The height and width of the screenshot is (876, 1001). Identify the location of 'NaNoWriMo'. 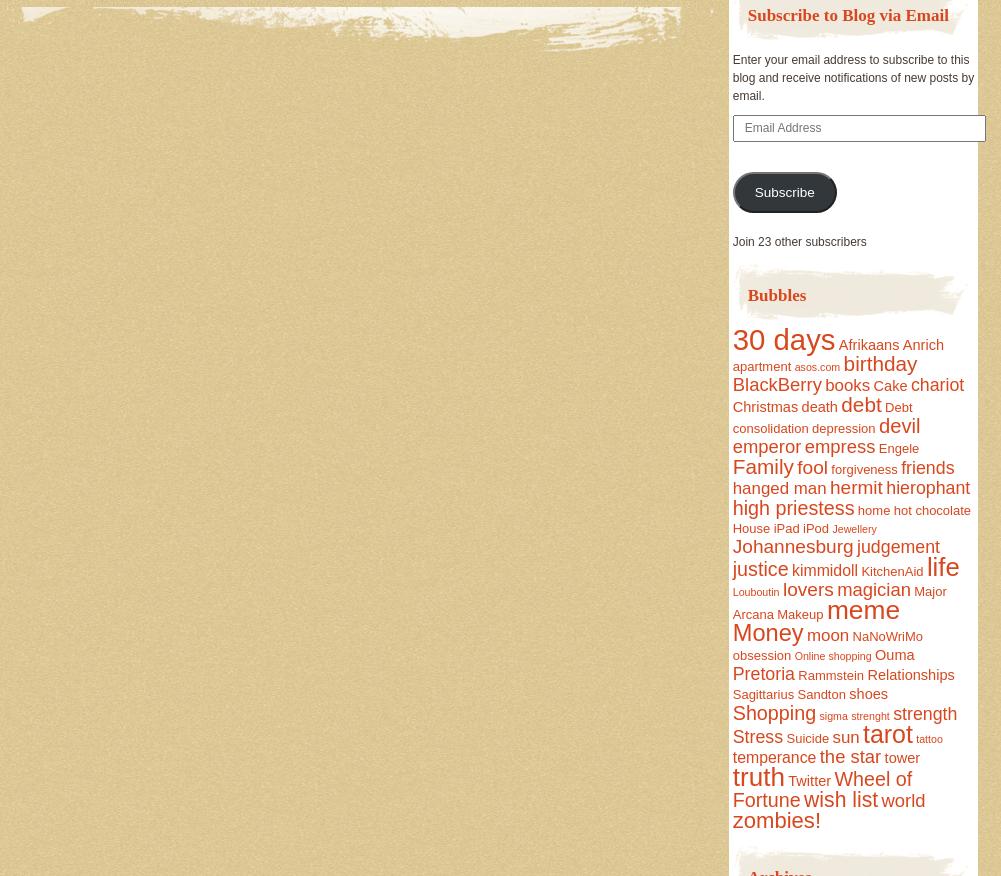
(887, 635).